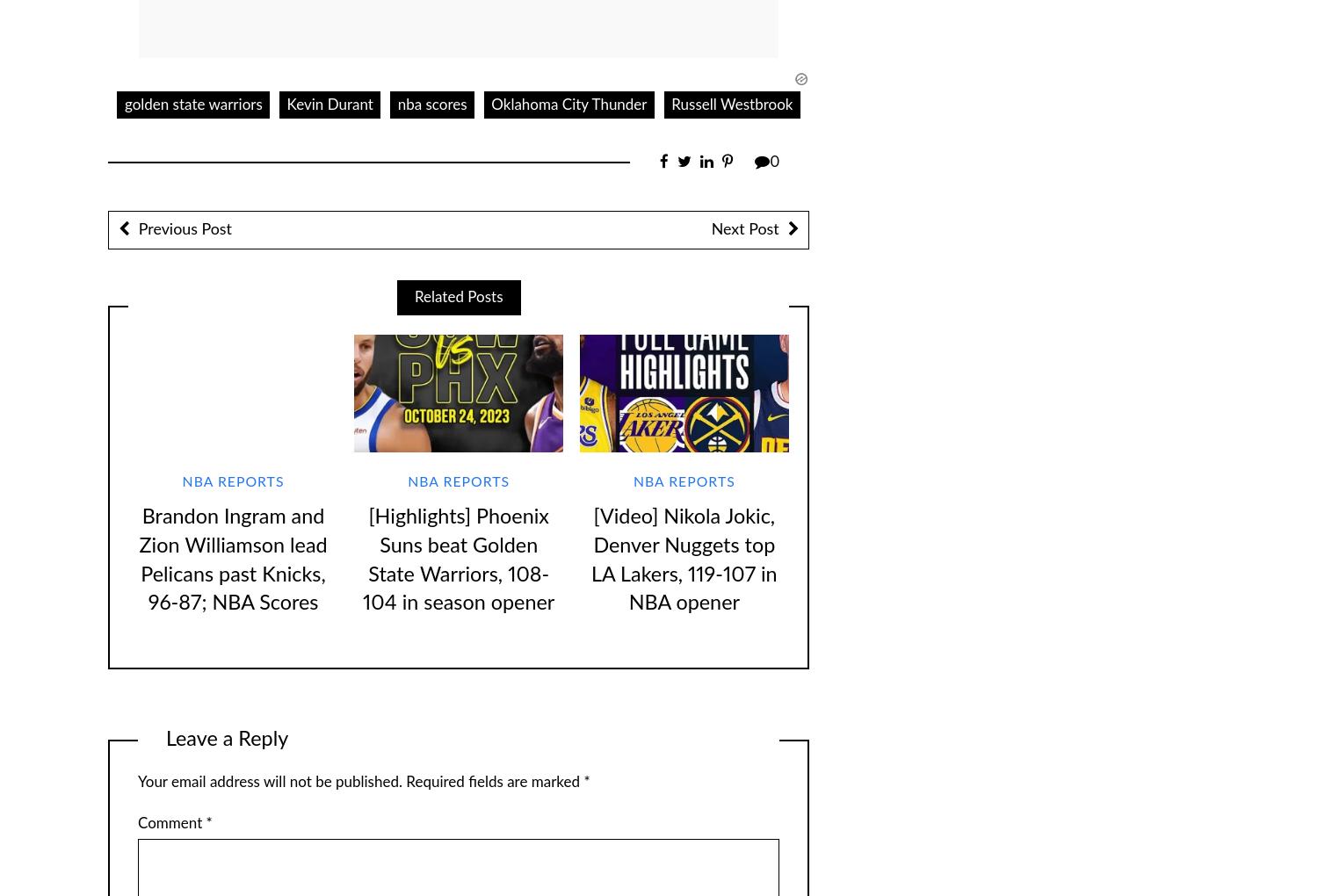 This screenshot has width=1318, height=896. I want to click on 'Next Post', so click(743, 228).